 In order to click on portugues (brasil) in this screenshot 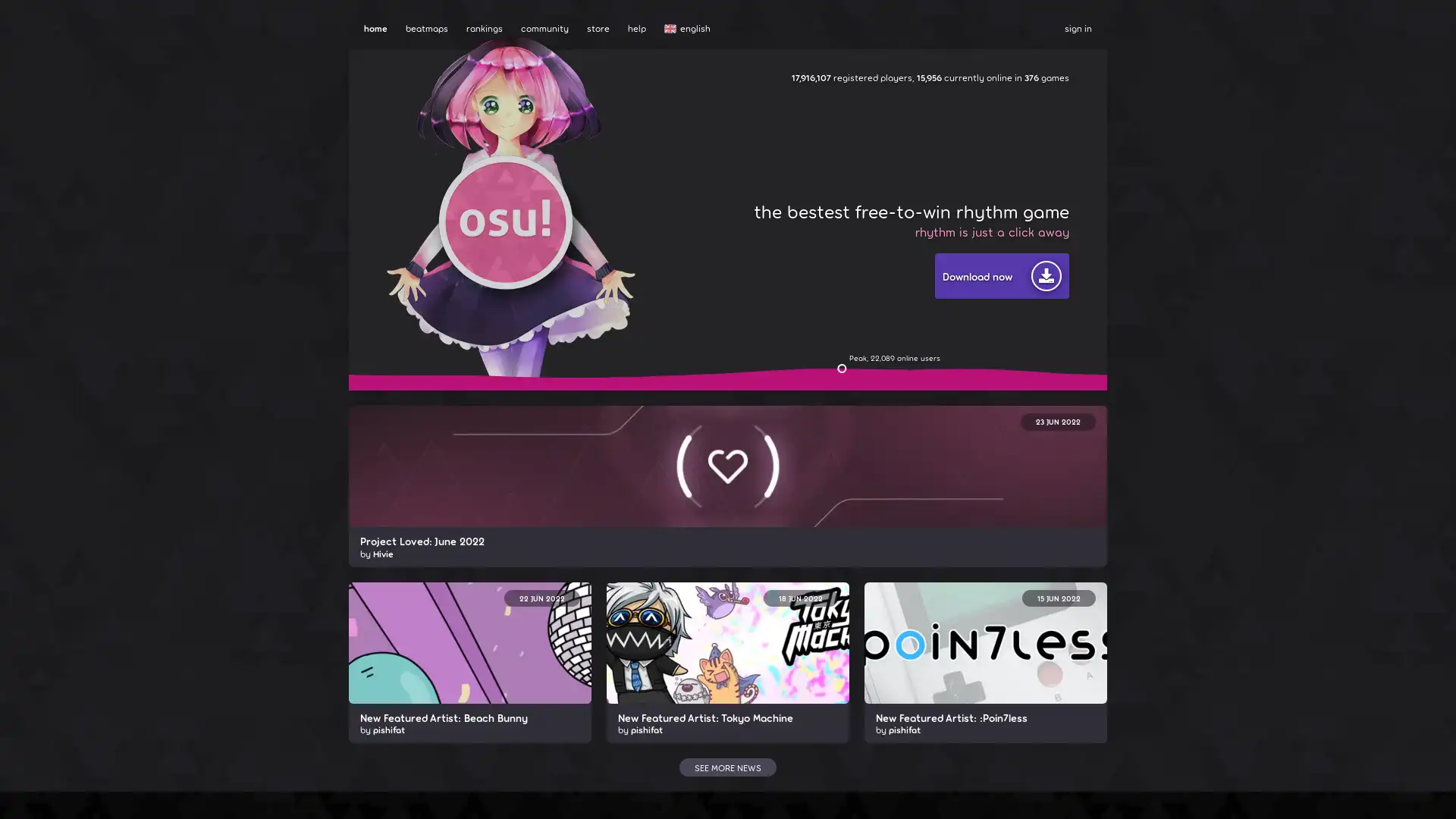, I will do `click(709, 434)`.